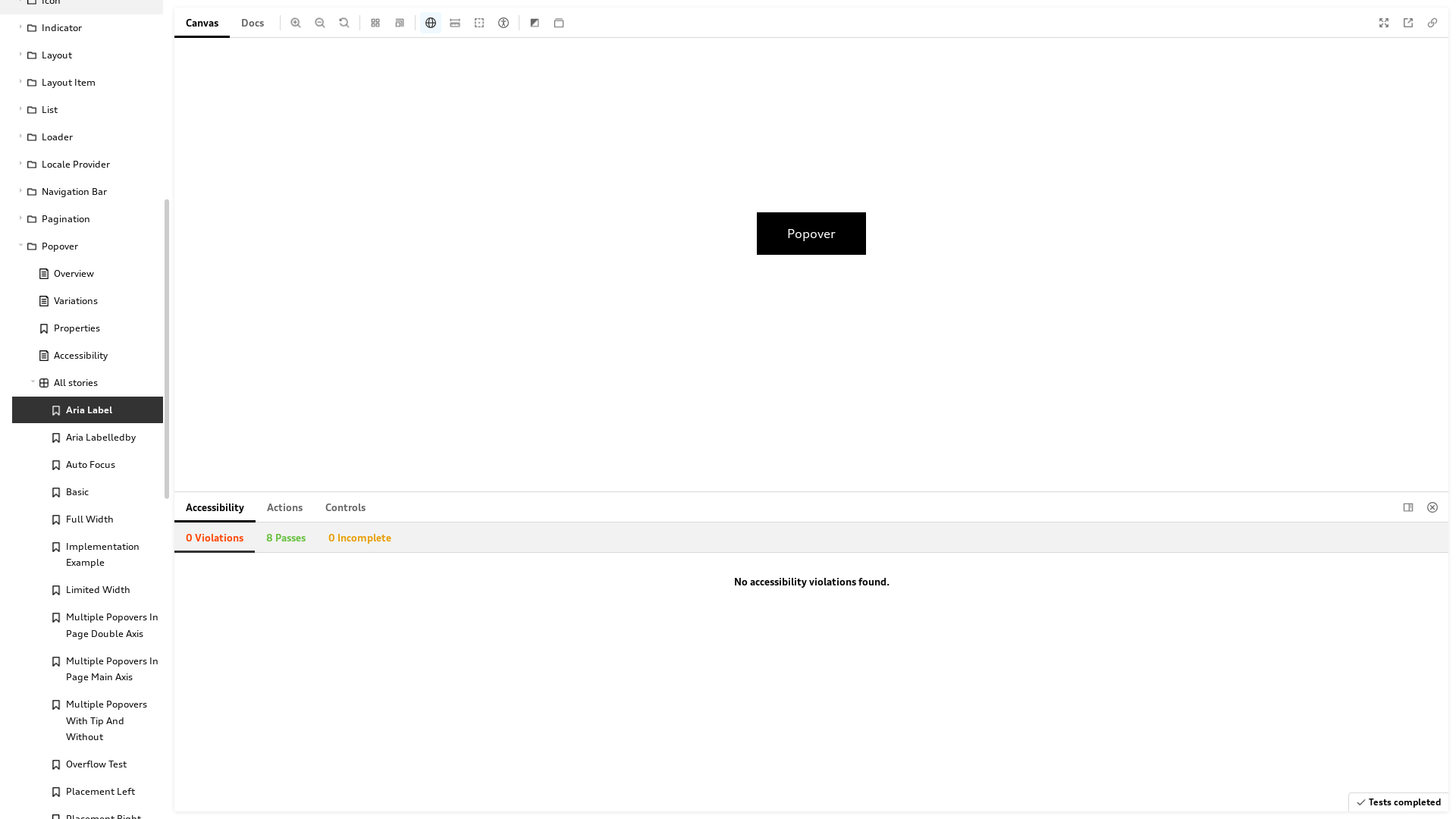  What do you see at coordinates (80, 82) in the screenshot?
I see `'Layout Item'` at bounding box center [80, 82].